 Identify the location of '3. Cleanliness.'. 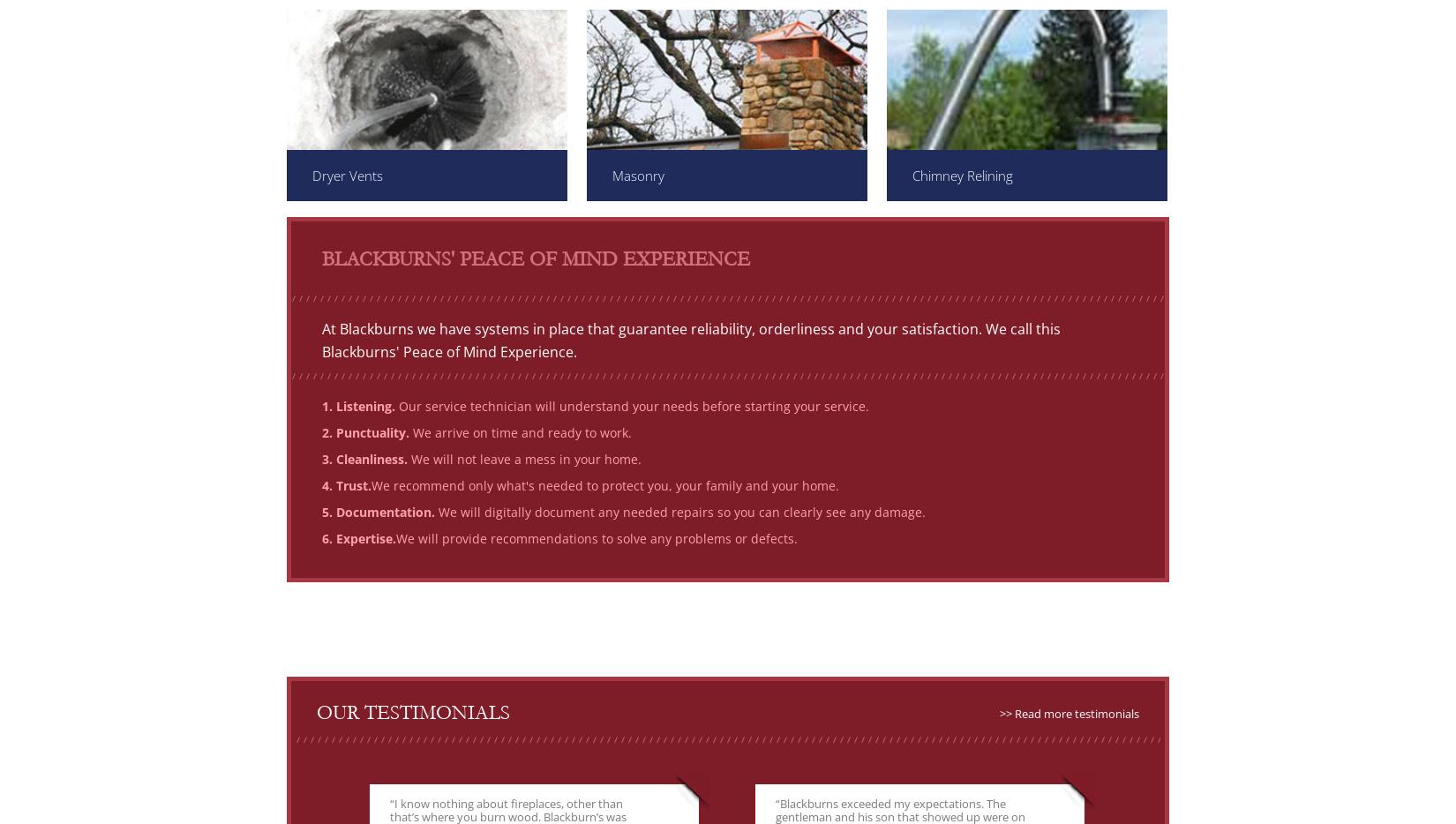
(364, 459).